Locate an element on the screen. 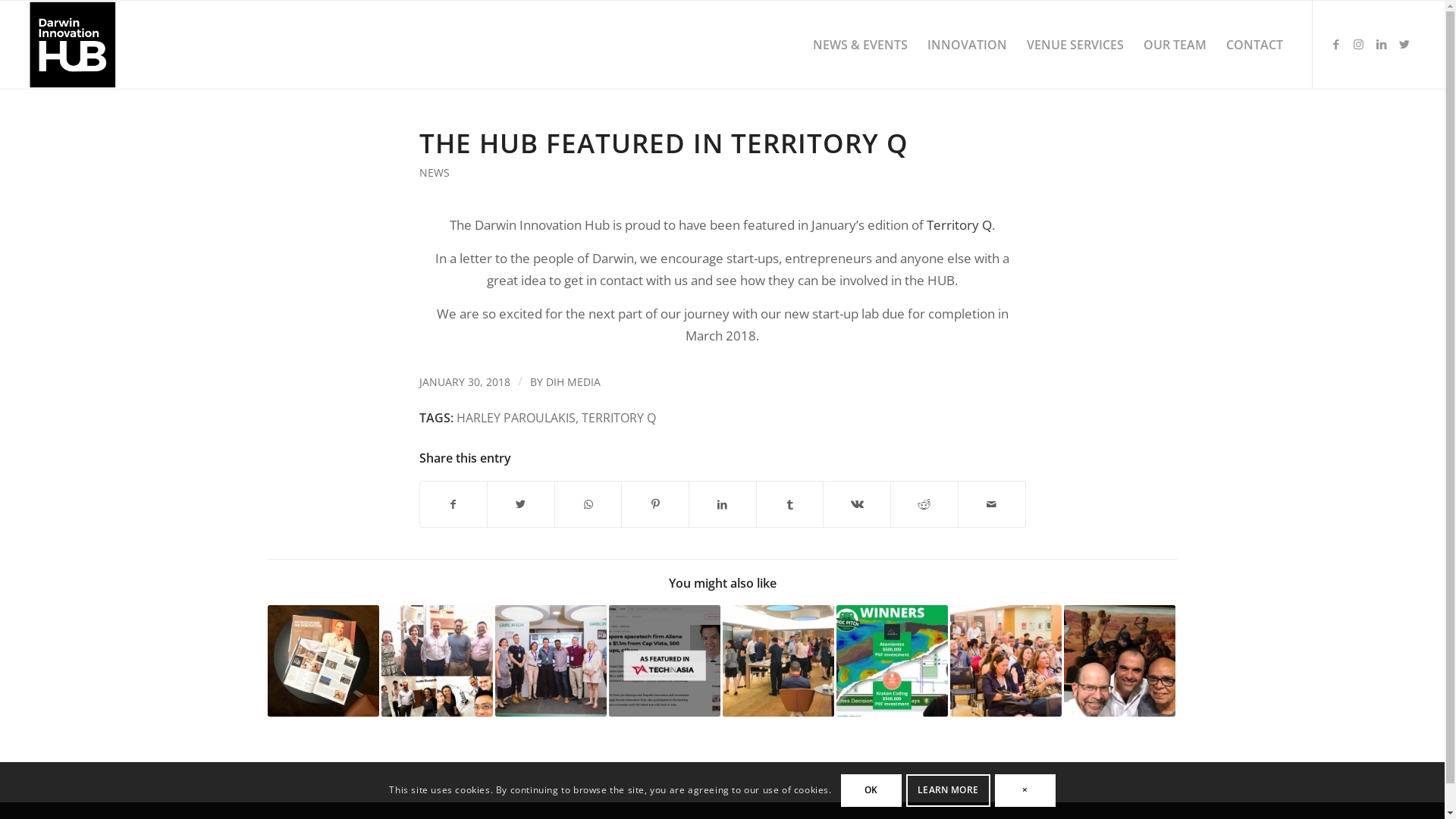 Image resolution: width=1456 pixels, height=819 pixels. 'LEARN MORE' is located at coordinates (947, 789).